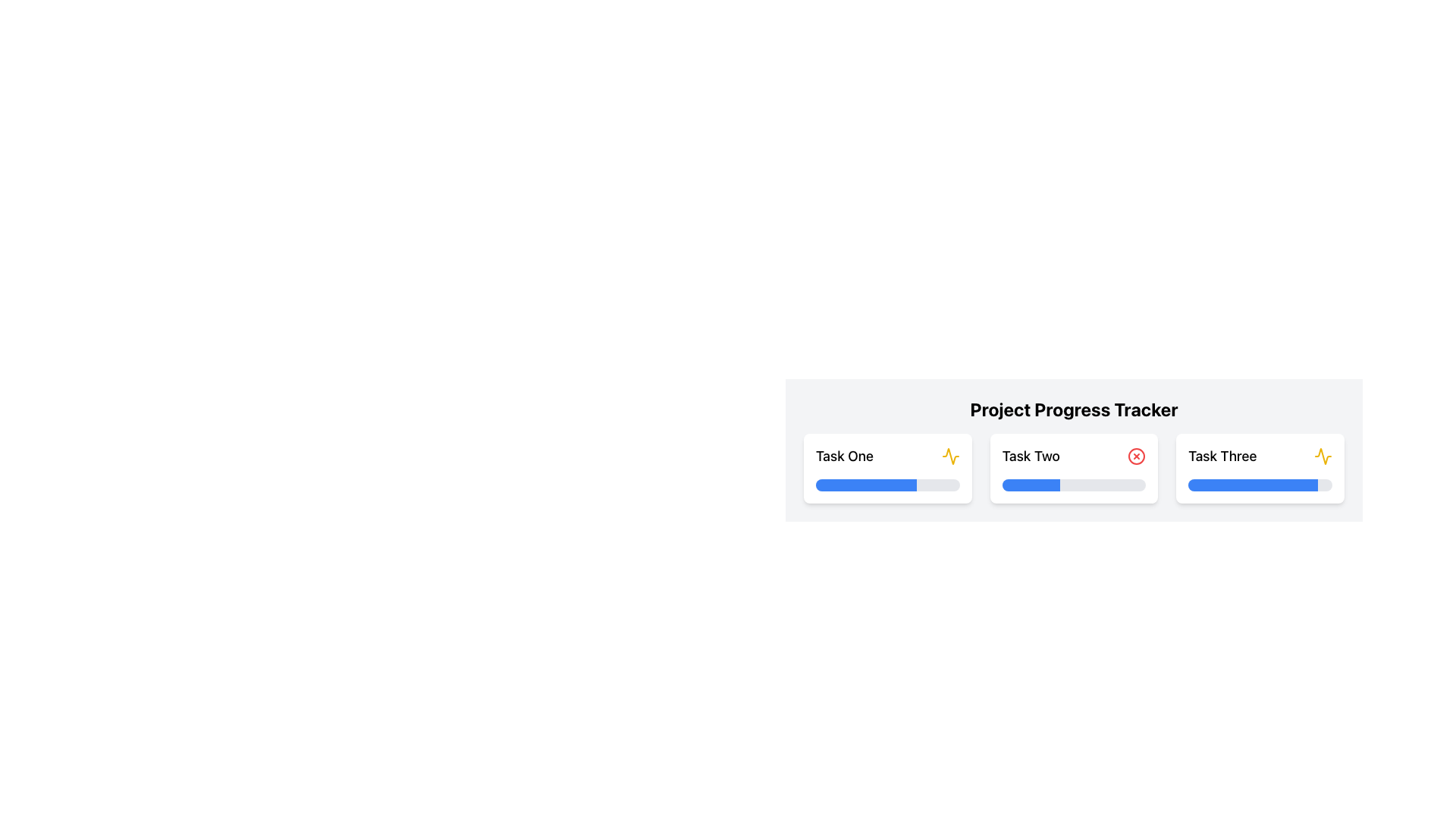 This screenshot has height=819, width=1456. What do you see at coordinates (1031, 455) in the screenshot?
I see `the text label reading 'Task Two', which is styled in a bold and large font, located at the top-left region of the central card in a horizontal arrangement of three cards` at bounding box center [1031, 455].